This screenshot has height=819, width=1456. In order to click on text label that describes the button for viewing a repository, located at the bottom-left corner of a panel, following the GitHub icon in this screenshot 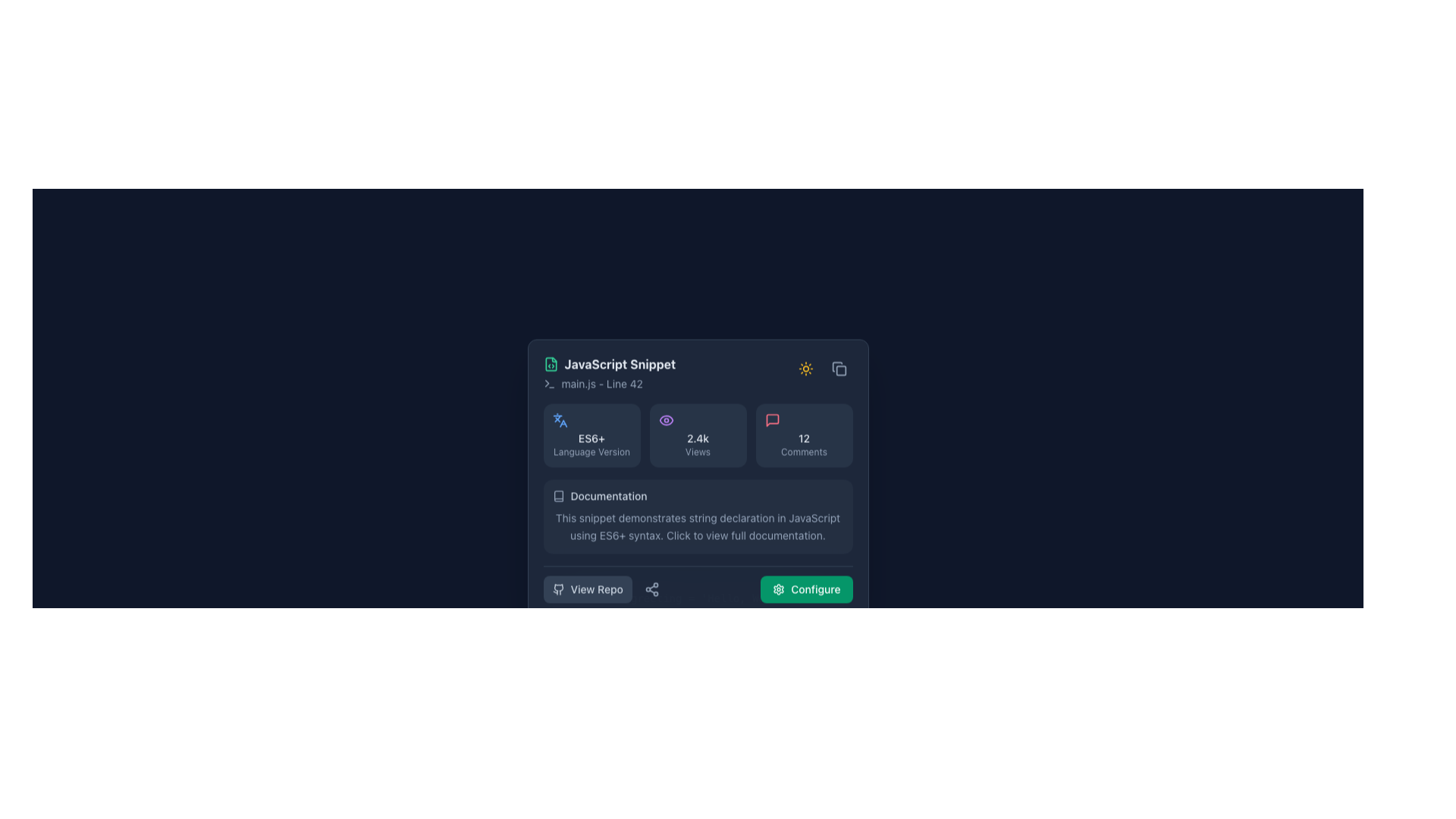, I will do `click(596, 588)`.